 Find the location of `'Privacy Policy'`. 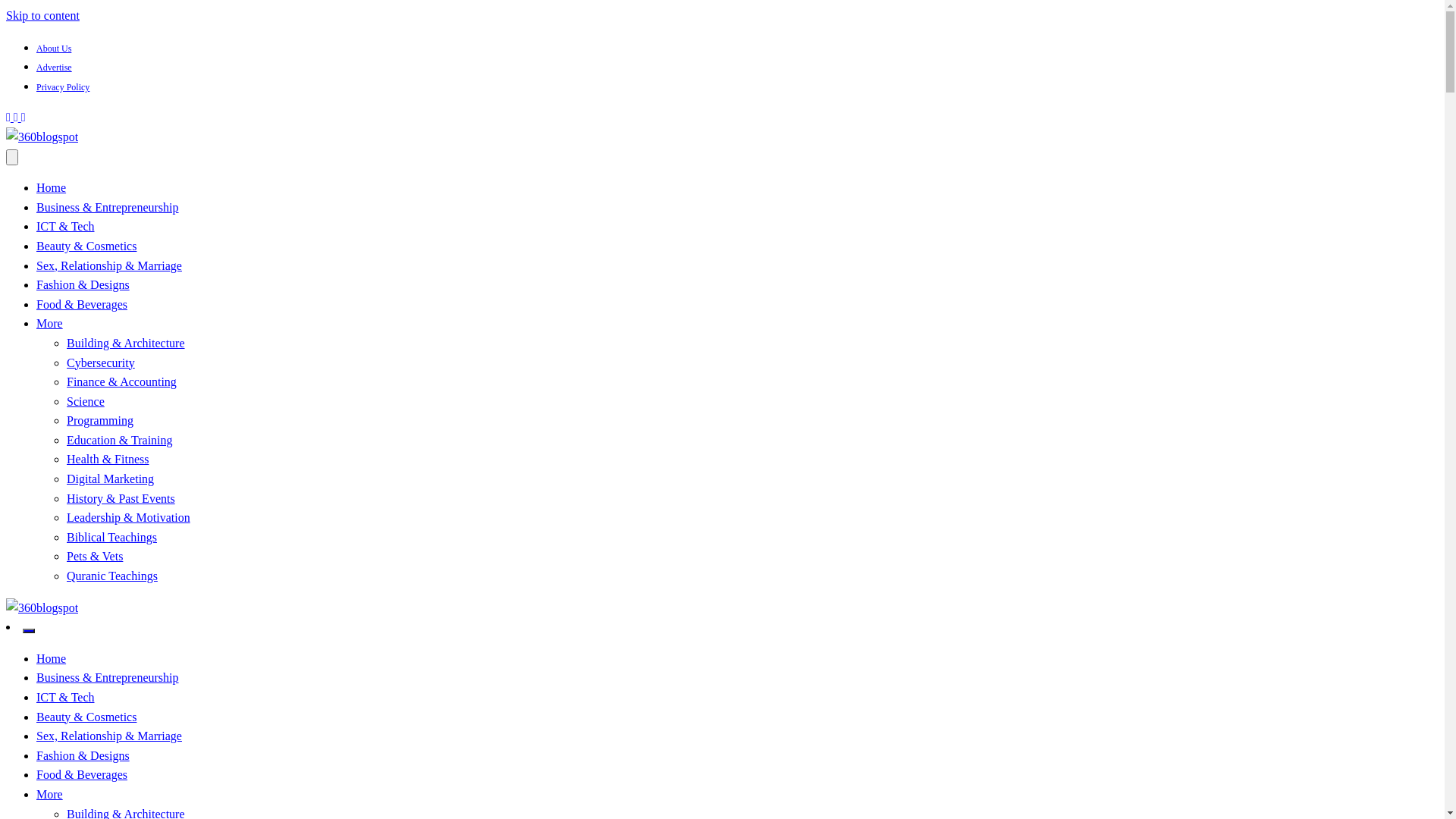

'Privacy Policy' is located at coordinates (36, 87).